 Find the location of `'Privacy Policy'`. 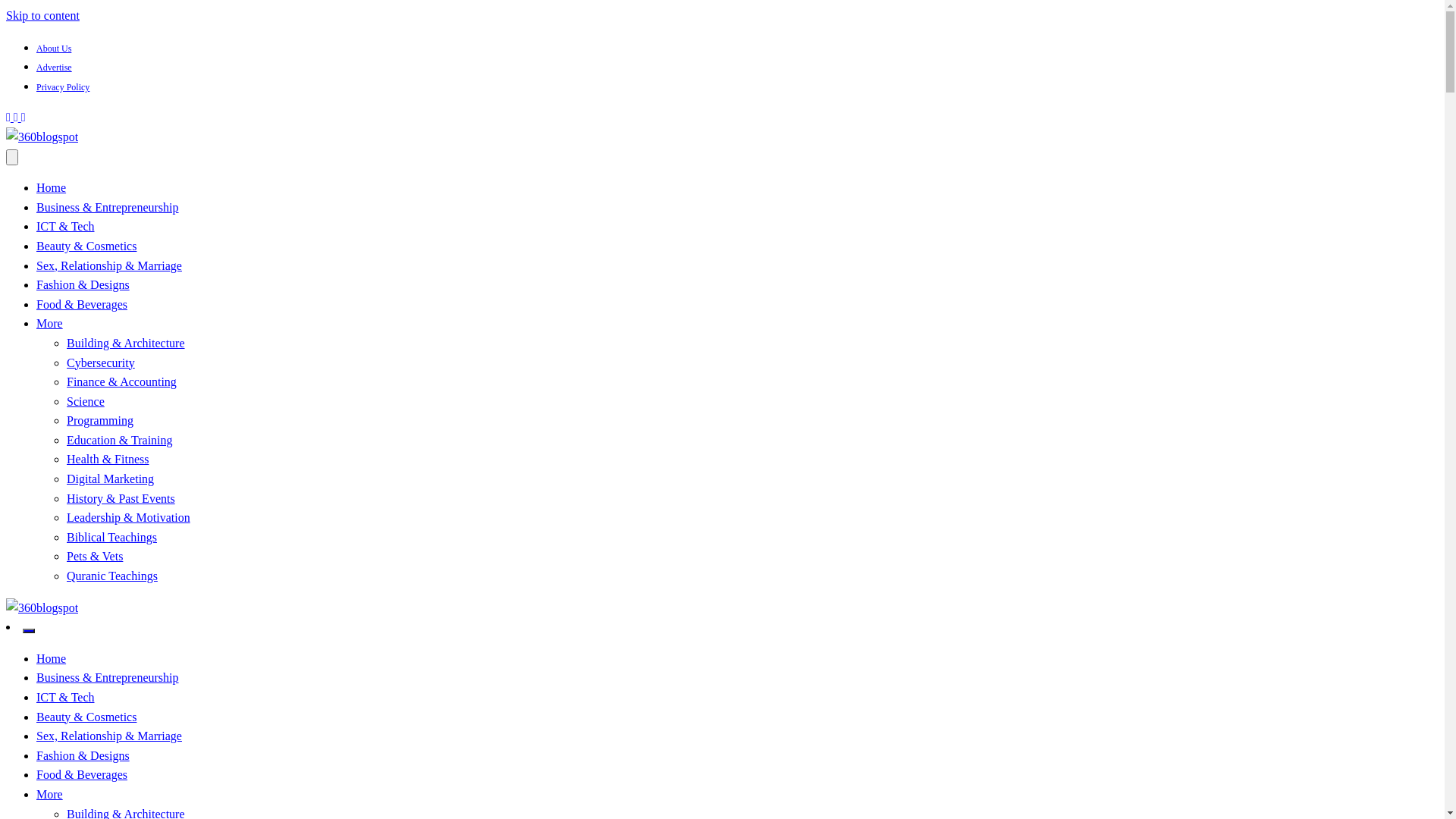

'Privacy Policy' is located at coordinates (36, 87).